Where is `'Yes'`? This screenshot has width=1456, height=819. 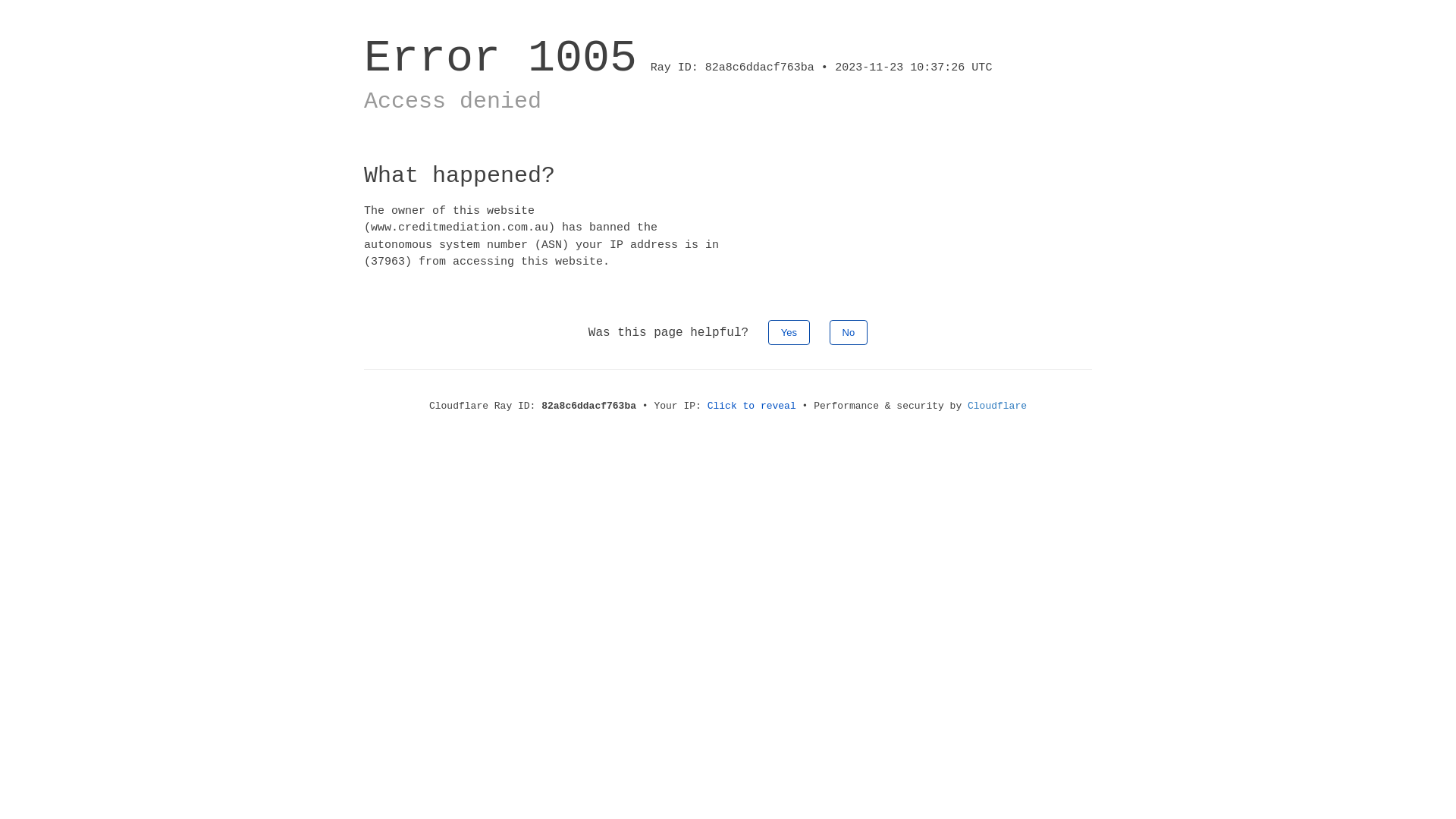
'Yes' is located at coordinates (789, 331).